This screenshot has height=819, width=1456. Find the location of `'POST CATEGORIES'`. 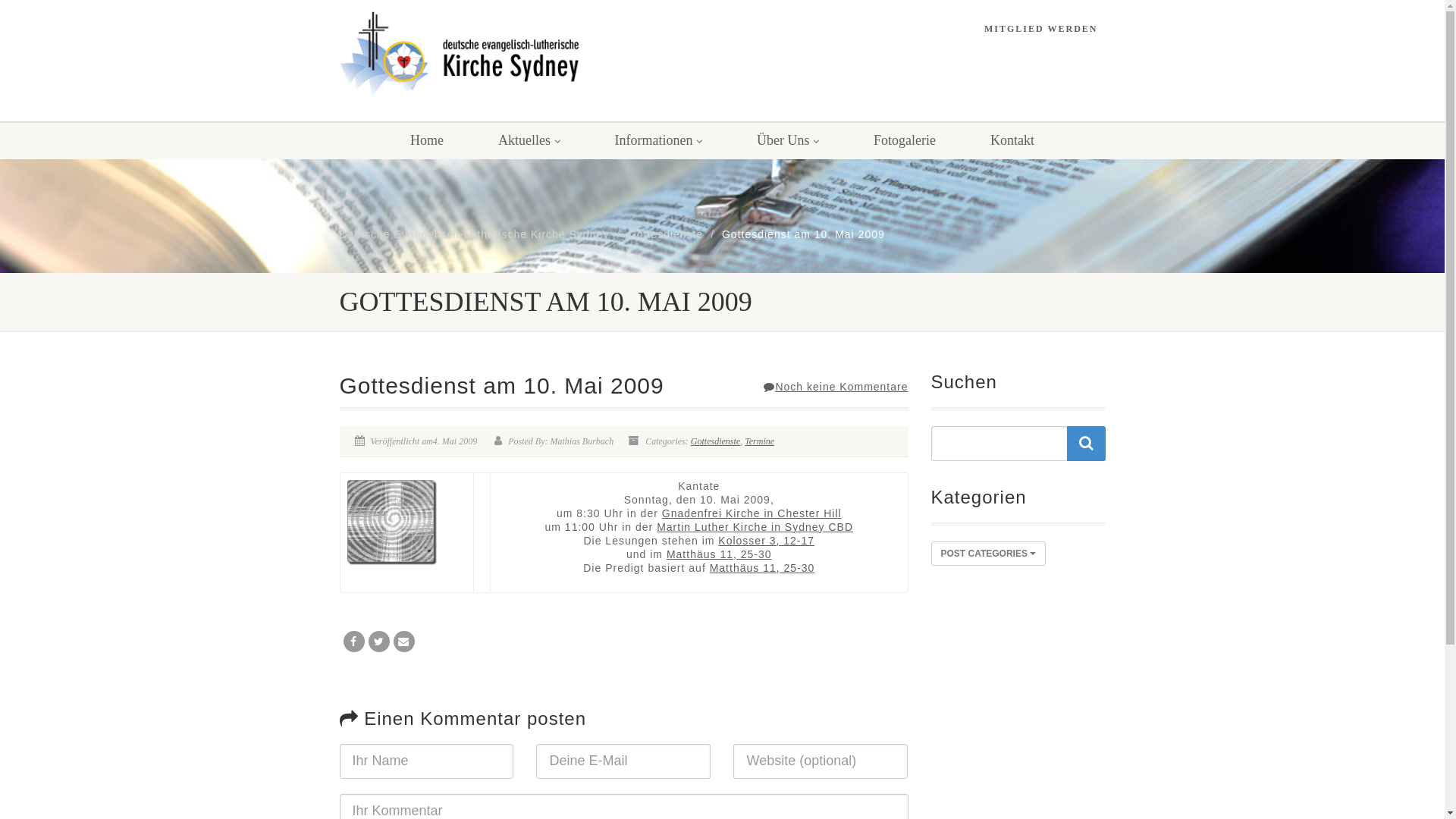

'POST CATEGORIES' is located at coordinates (989, 553).